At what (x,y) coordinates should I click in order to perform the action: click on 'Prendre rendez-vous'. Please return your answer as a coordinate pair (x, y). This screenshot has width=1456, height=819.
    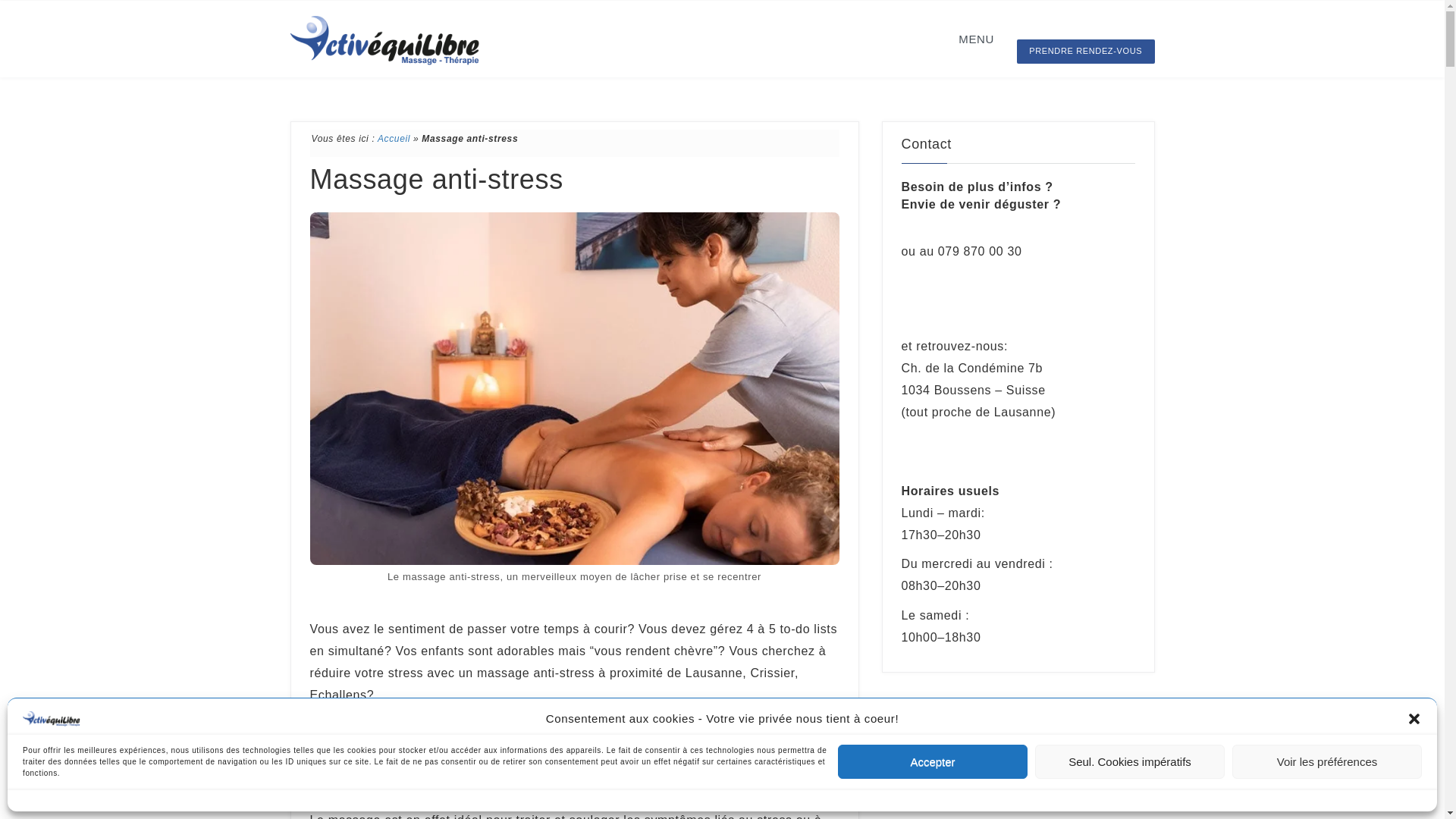
    Looking at the image, I should click on (978, 300).